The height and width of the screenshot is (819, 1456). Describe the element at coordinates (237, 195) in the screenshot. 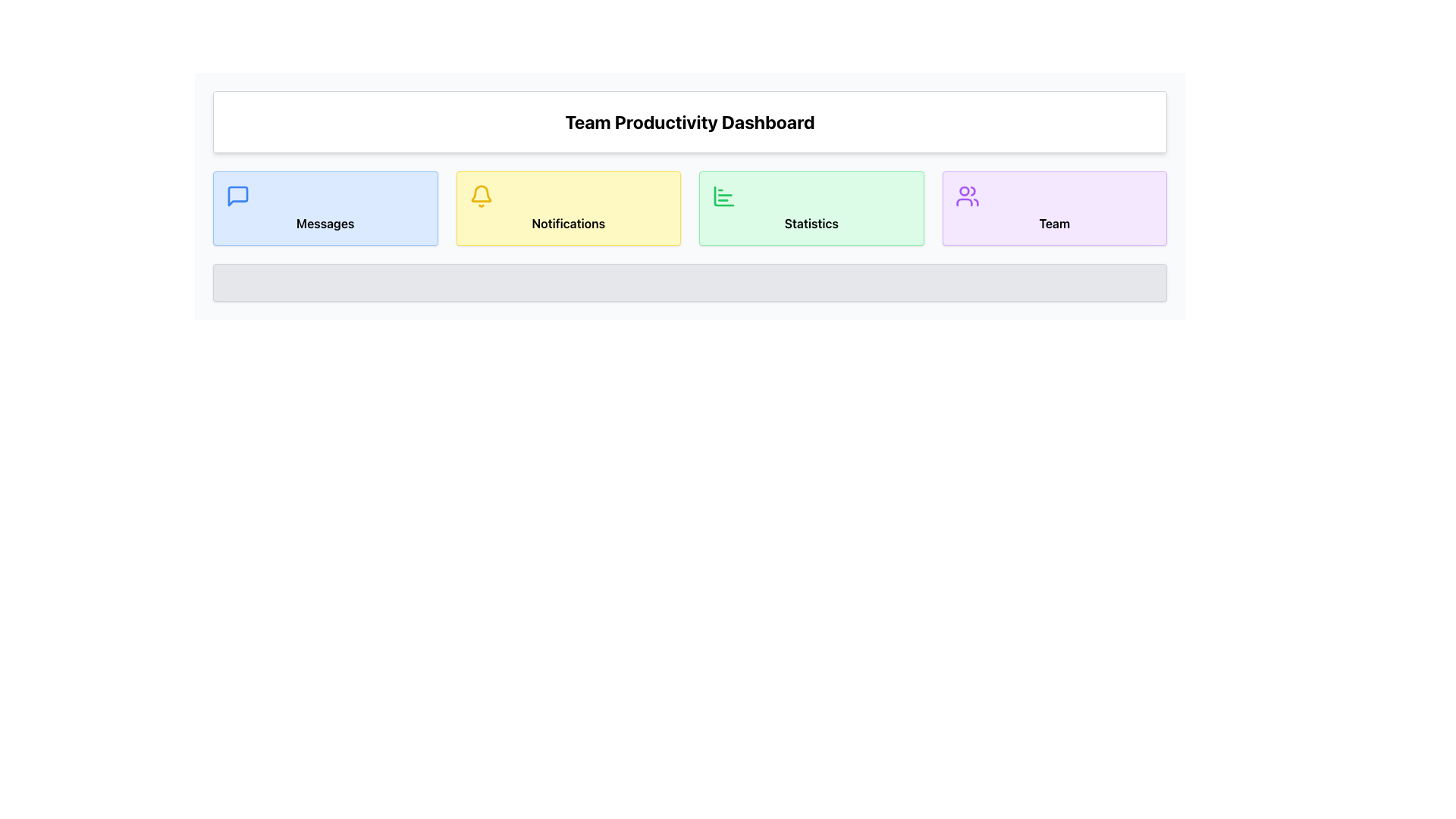

I see `the messaging icon located at the top-left corner of the 'Messages' card` at that location.